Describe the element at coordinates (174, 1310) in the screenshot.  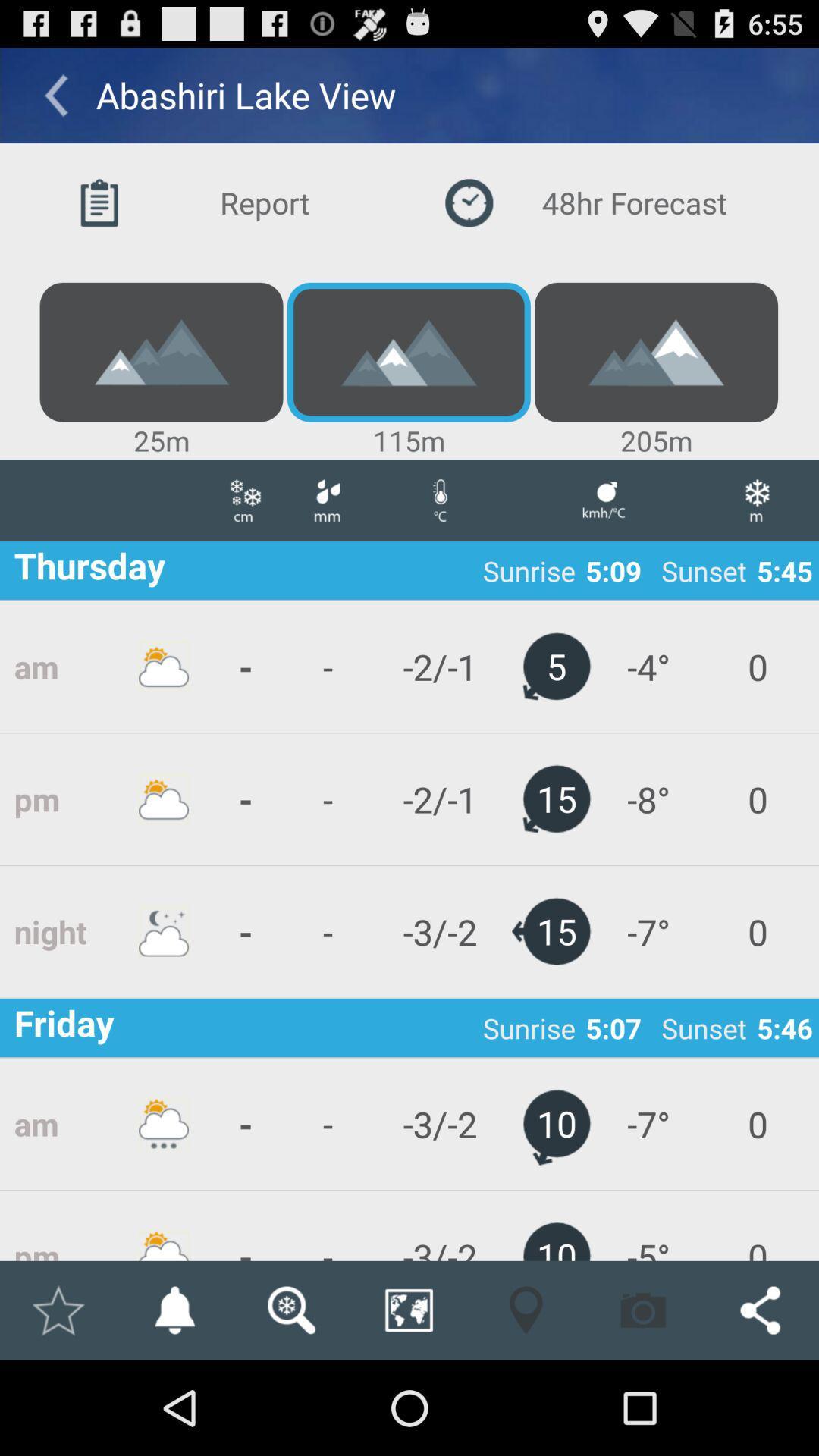
I see `use alarm` at that location.